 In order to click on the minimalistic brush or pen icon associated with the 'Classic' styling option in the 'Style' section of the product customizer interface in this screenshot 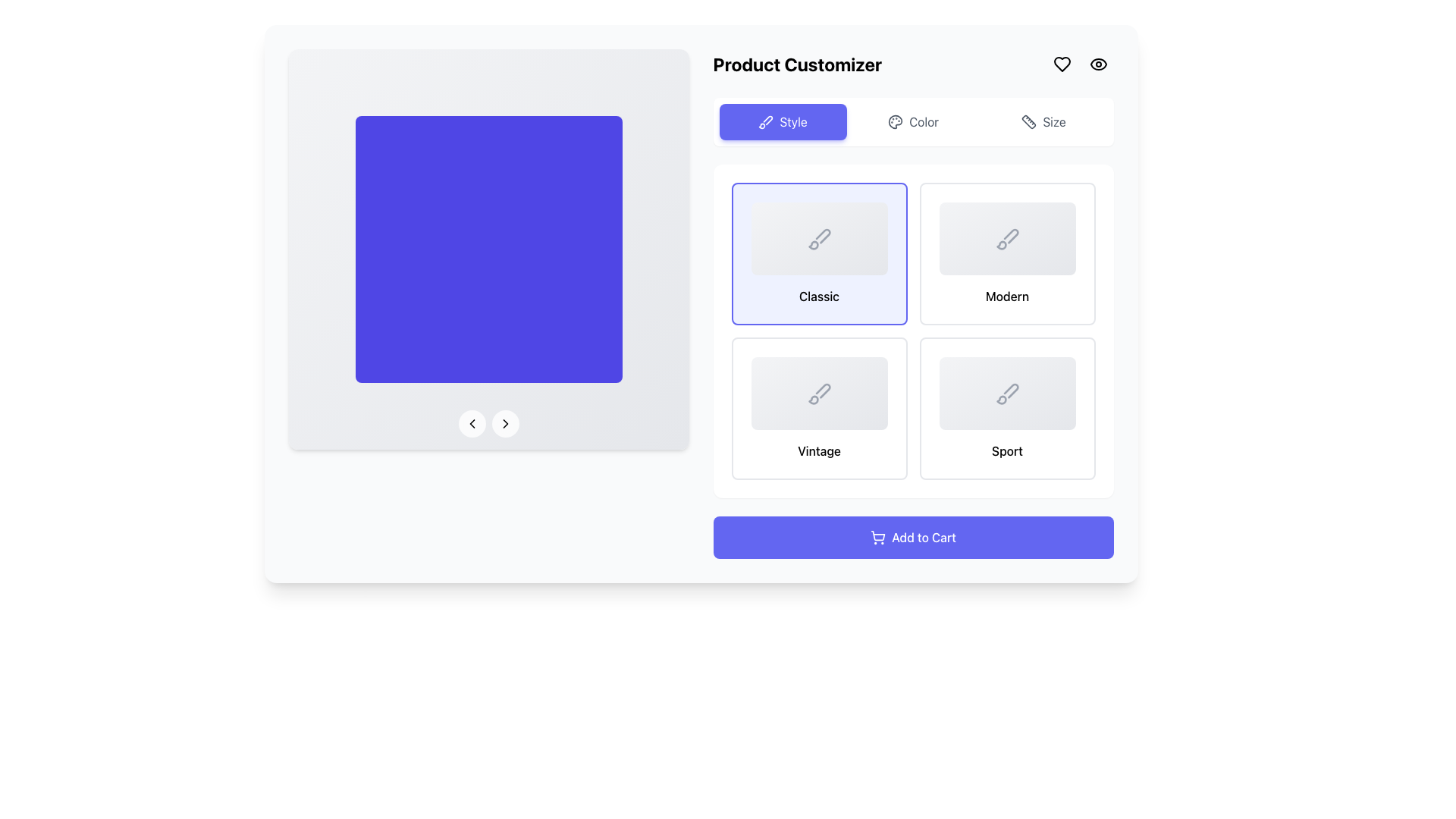, I will do `click(822, 236)`.